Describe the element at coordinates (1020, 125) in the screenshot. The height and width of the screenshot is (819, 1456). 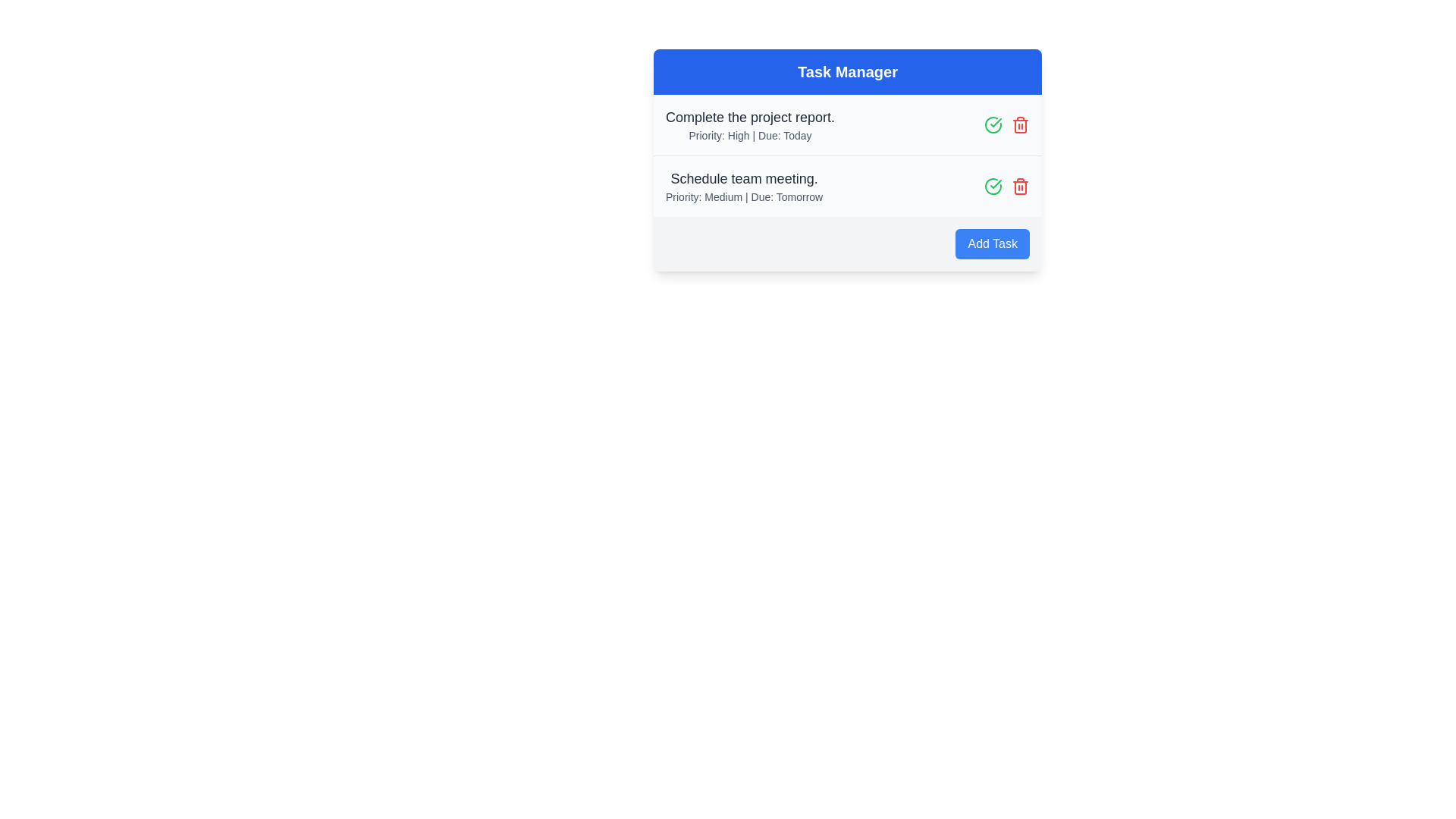
I see `the trash bin icon component representing the delete functionality next to the 'Schedule team meeting' task in the Task Manager interface` at that location.